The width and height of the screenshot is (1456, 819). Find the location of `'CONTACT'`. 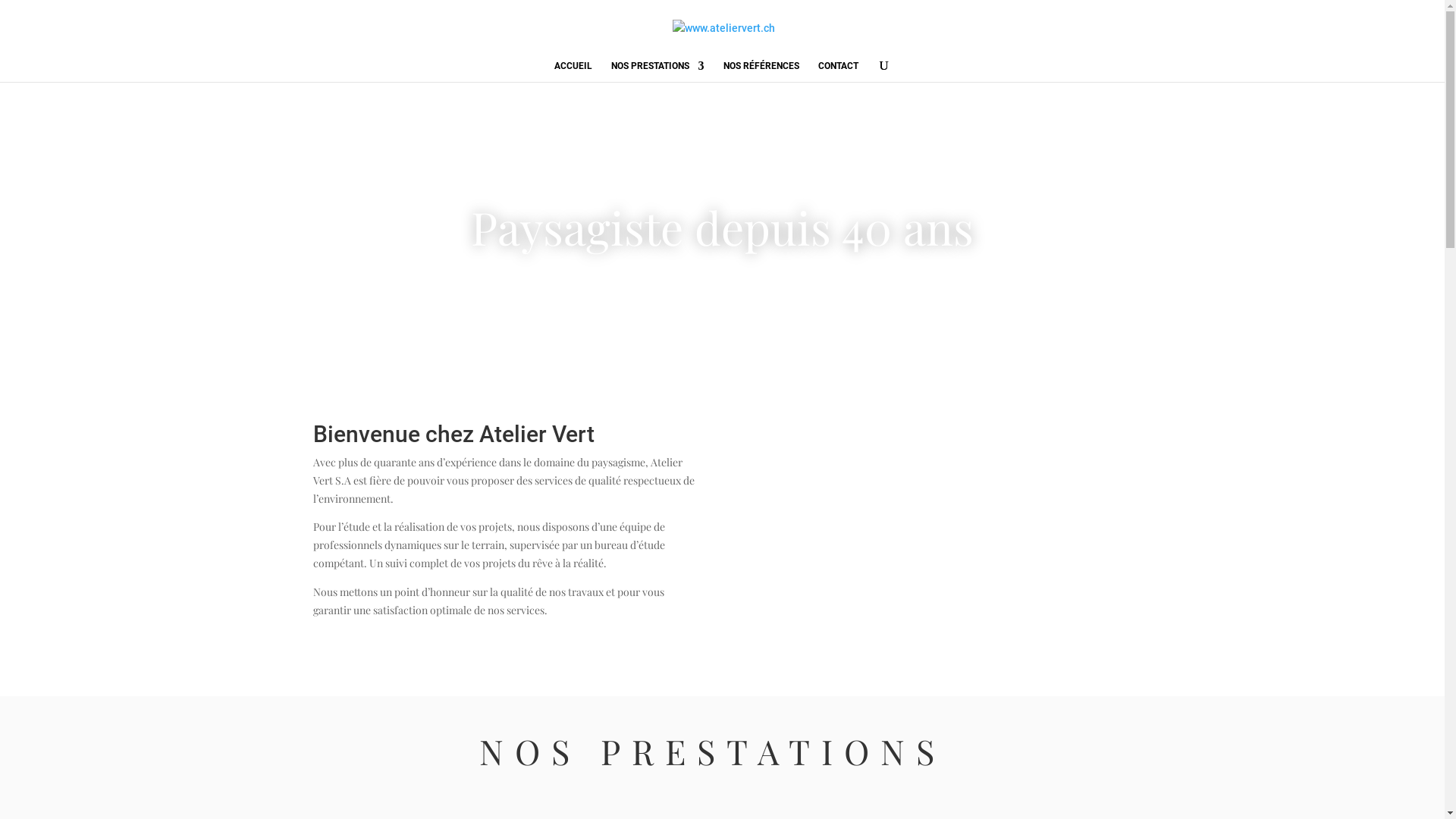

'CONTACT' is located at coordinates (836, 71).